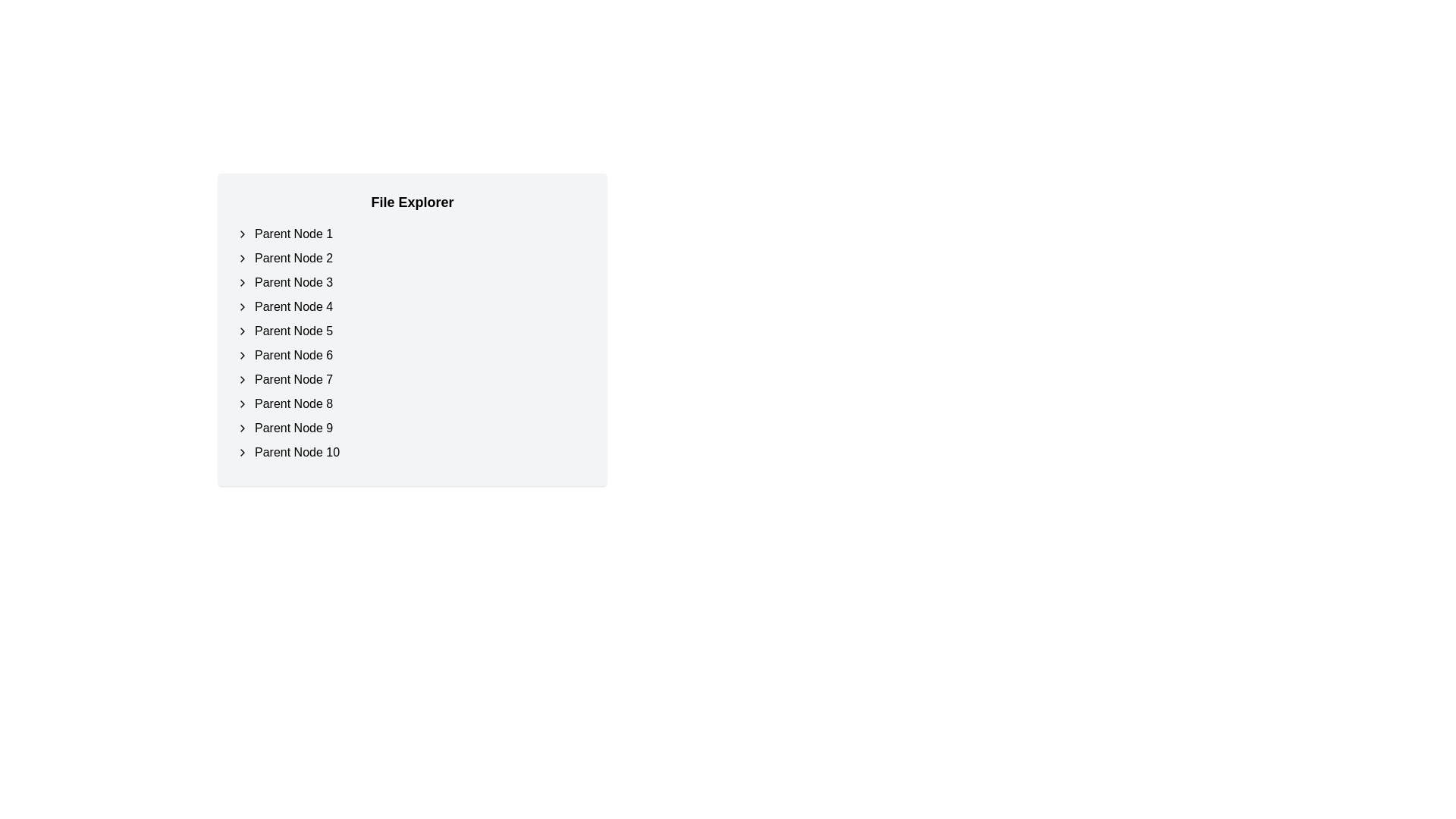  What do you see at coordinates (412, 379) in the screenshot?
I see `the seventh list item with an expandable/collapsible icon and text label` at bounding box center [412, 379].